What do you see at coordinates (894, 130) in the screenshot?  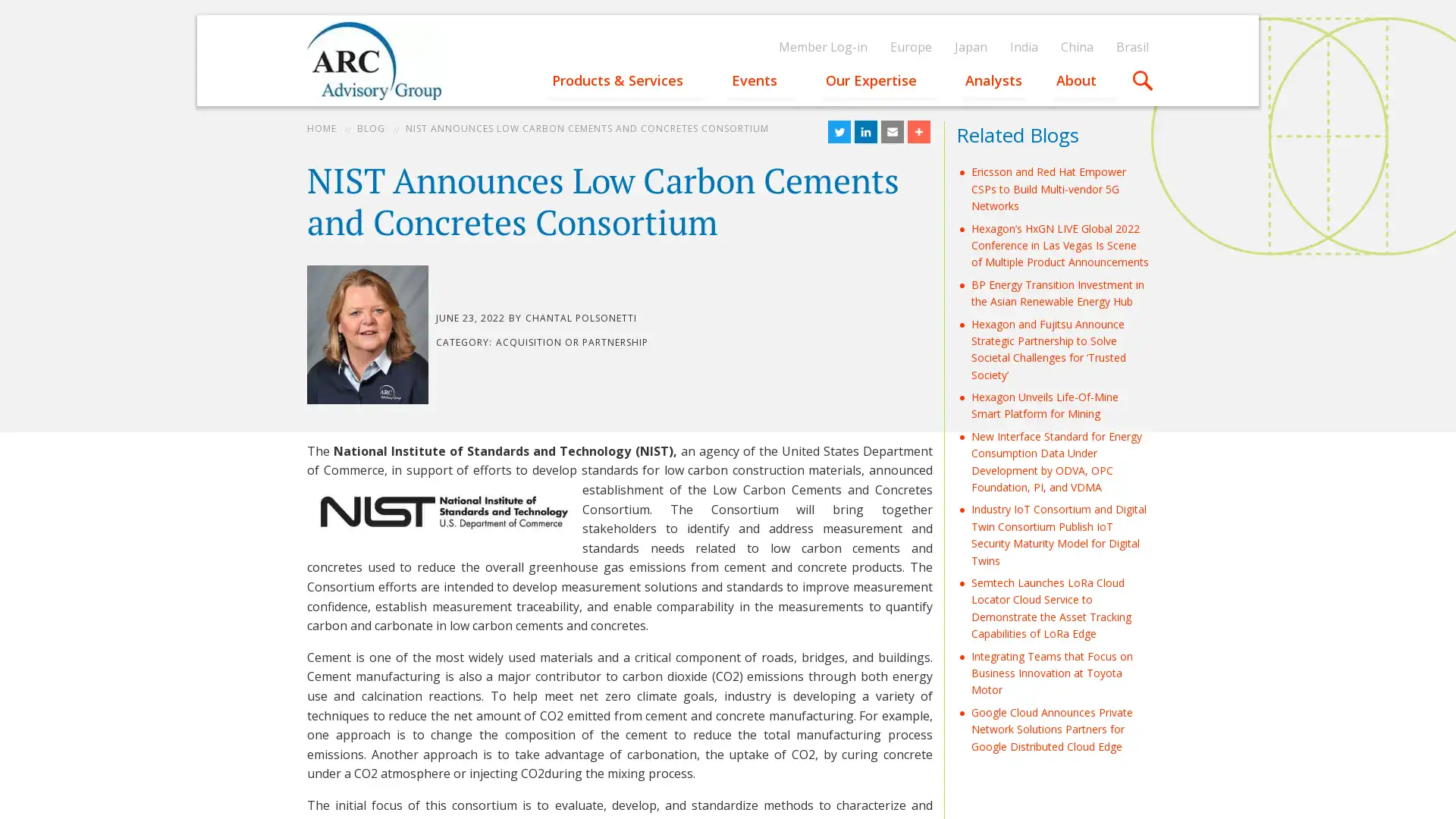 I see `Share to Email` at bounding box center [894, 130].